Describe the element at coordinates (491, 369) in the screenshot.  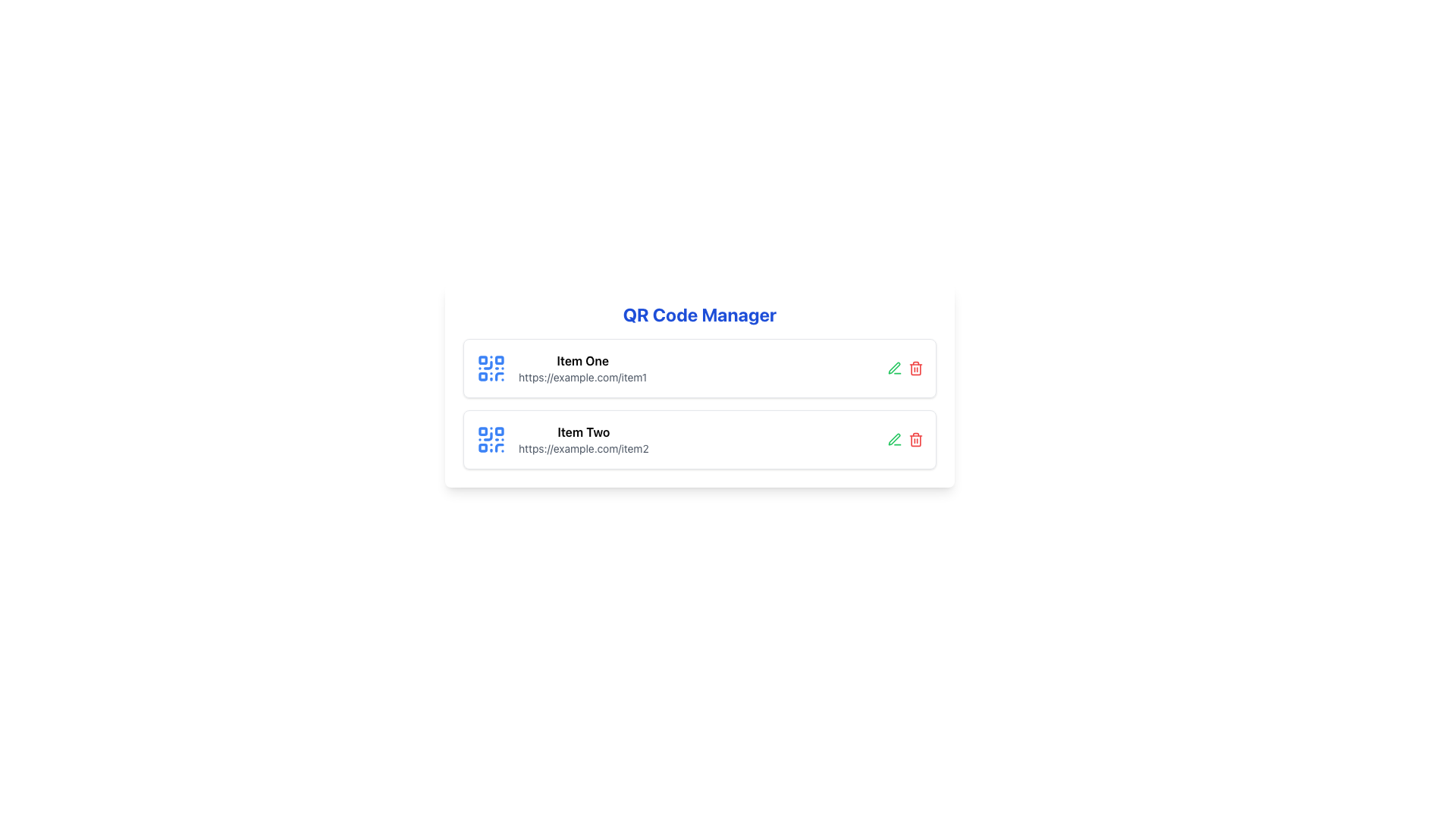
I see `the QR code icon with a blue design on a white background, located to the left of 'Item One' in the vertical list` at that location.